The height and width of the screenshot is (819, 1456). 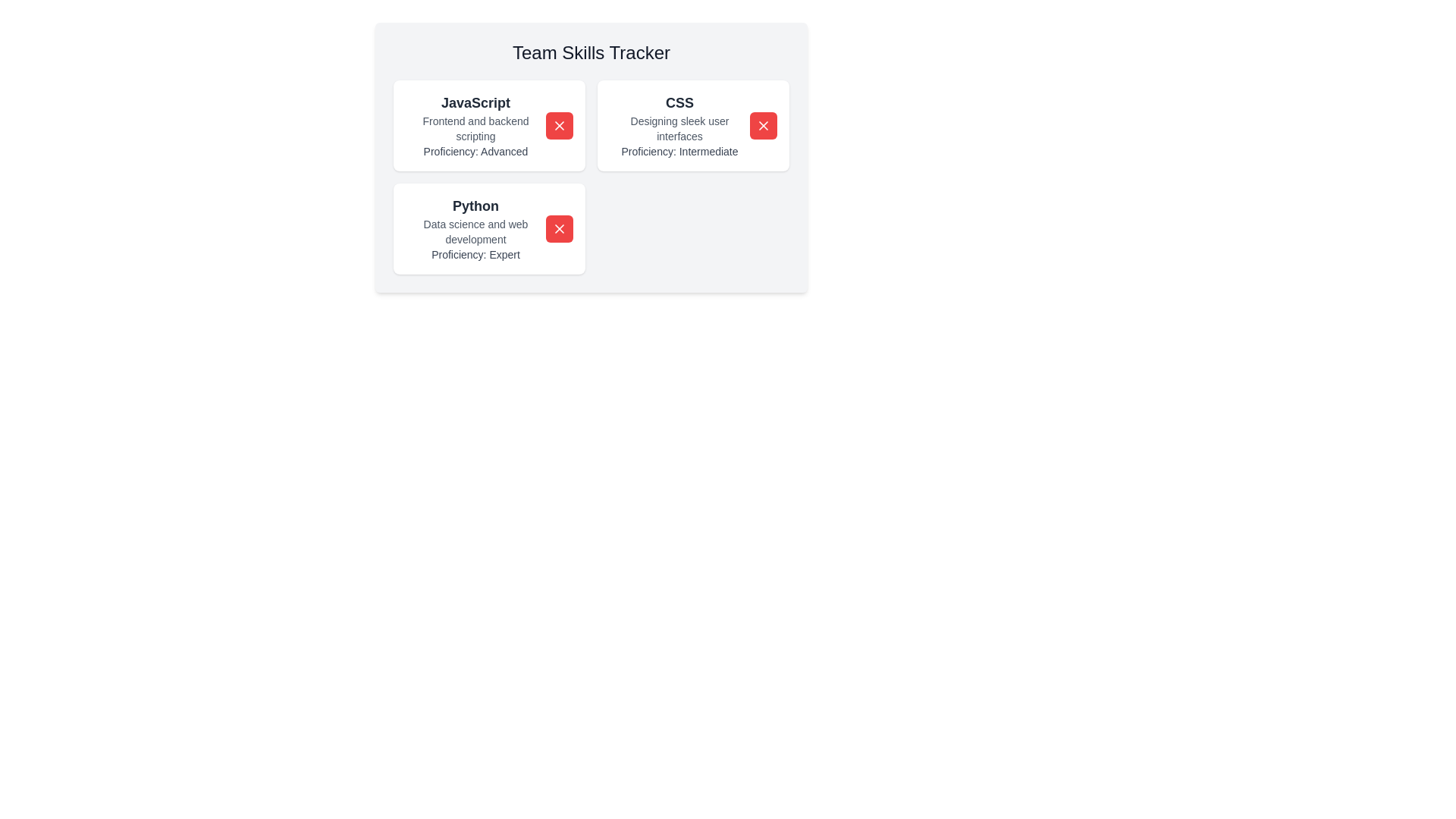 What do you see at coordinates (475, 124) in the screenshot?
I see `the element JavaScript Skill Card` at bounding box center [475, 124].